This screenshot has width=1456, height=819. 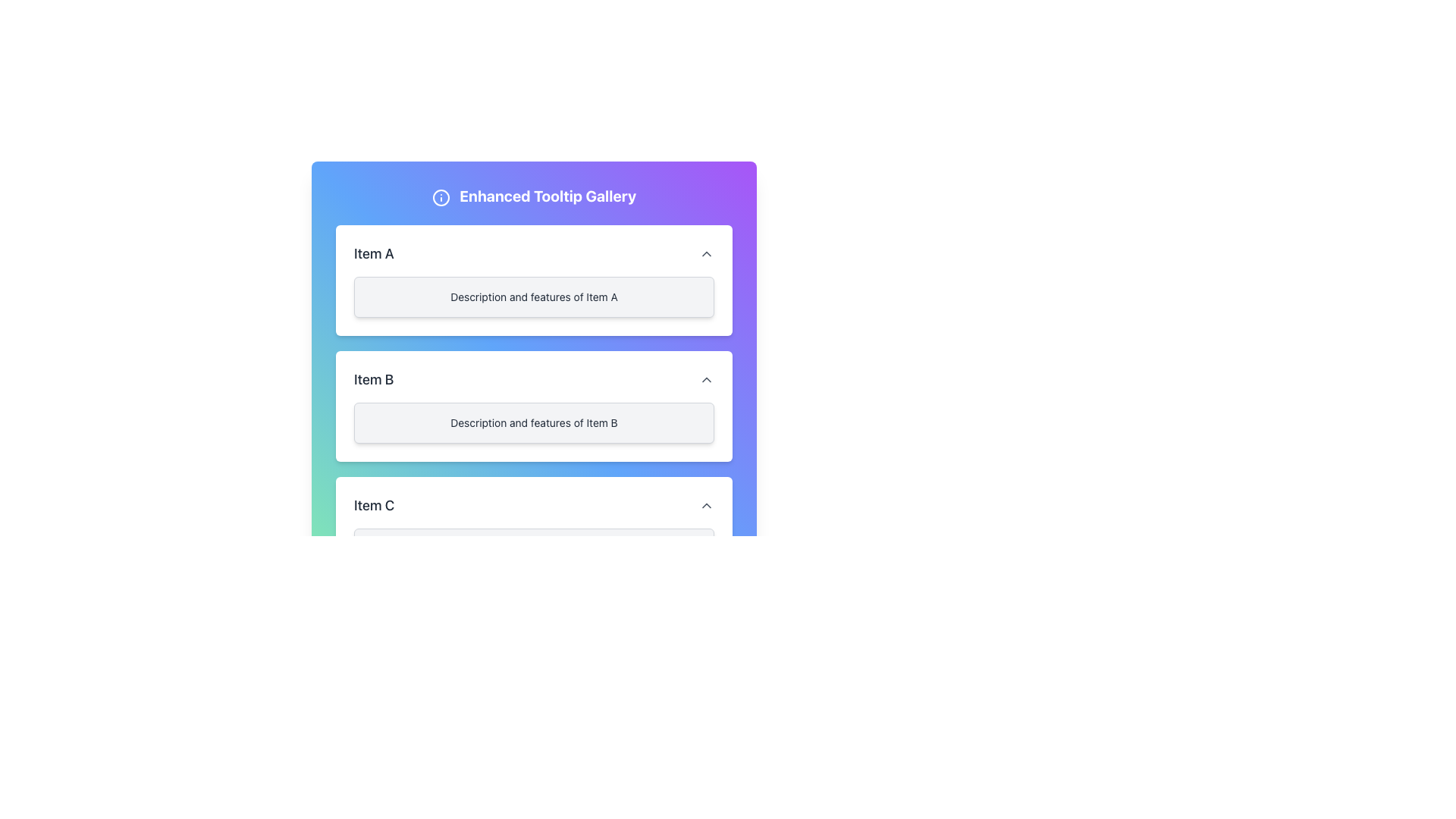 What do you see at coordinates (374, 506) in the screenshot?
I see `the text element 'Item C' which is in the third card from the top in a vertically stacked list, positioned to the left beside an interactive button and an arrow icon` at bounding box center [374, 506].